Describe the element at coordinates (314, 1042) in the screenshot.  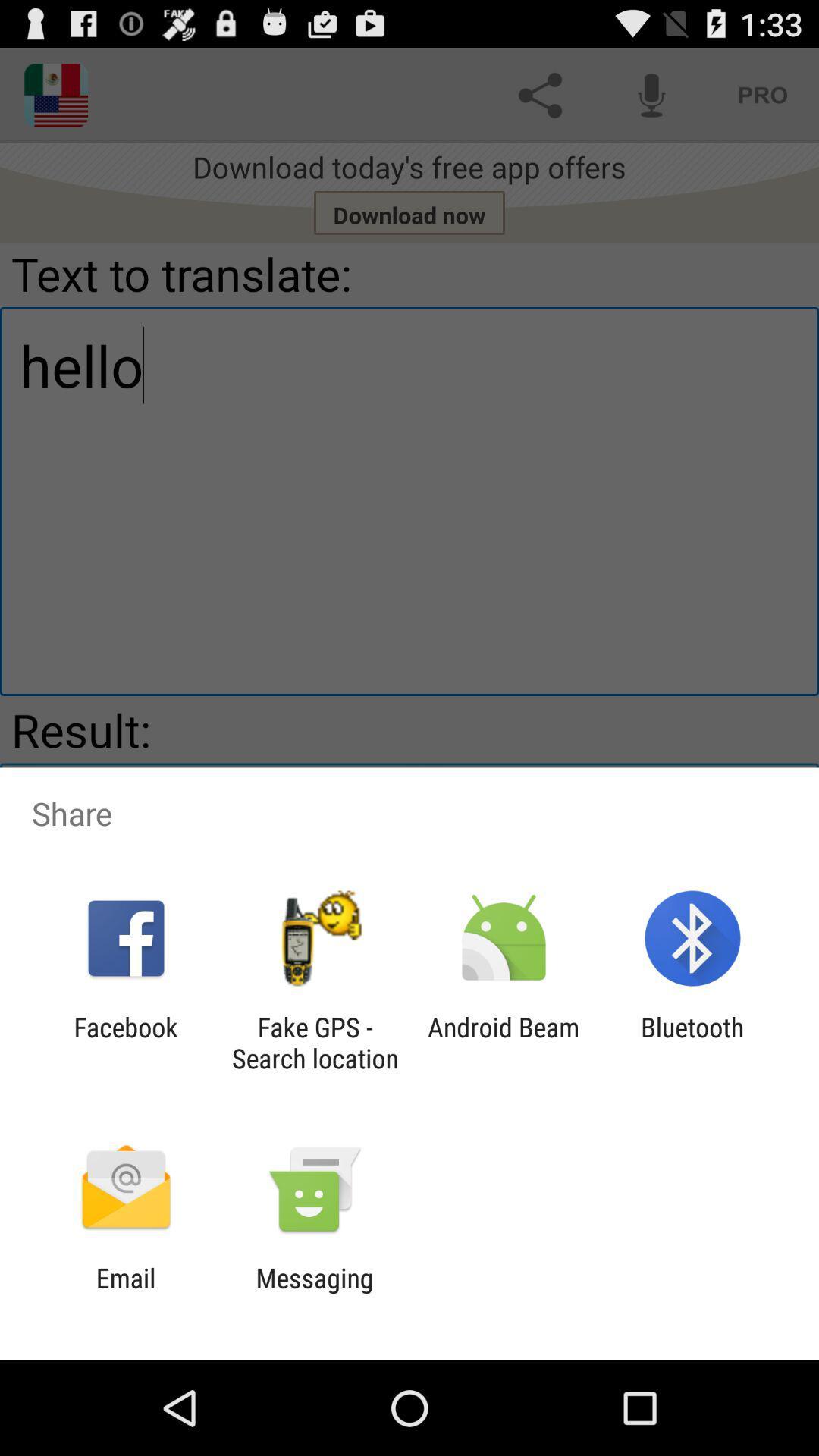
I see `the app next to facebook item` at that location.